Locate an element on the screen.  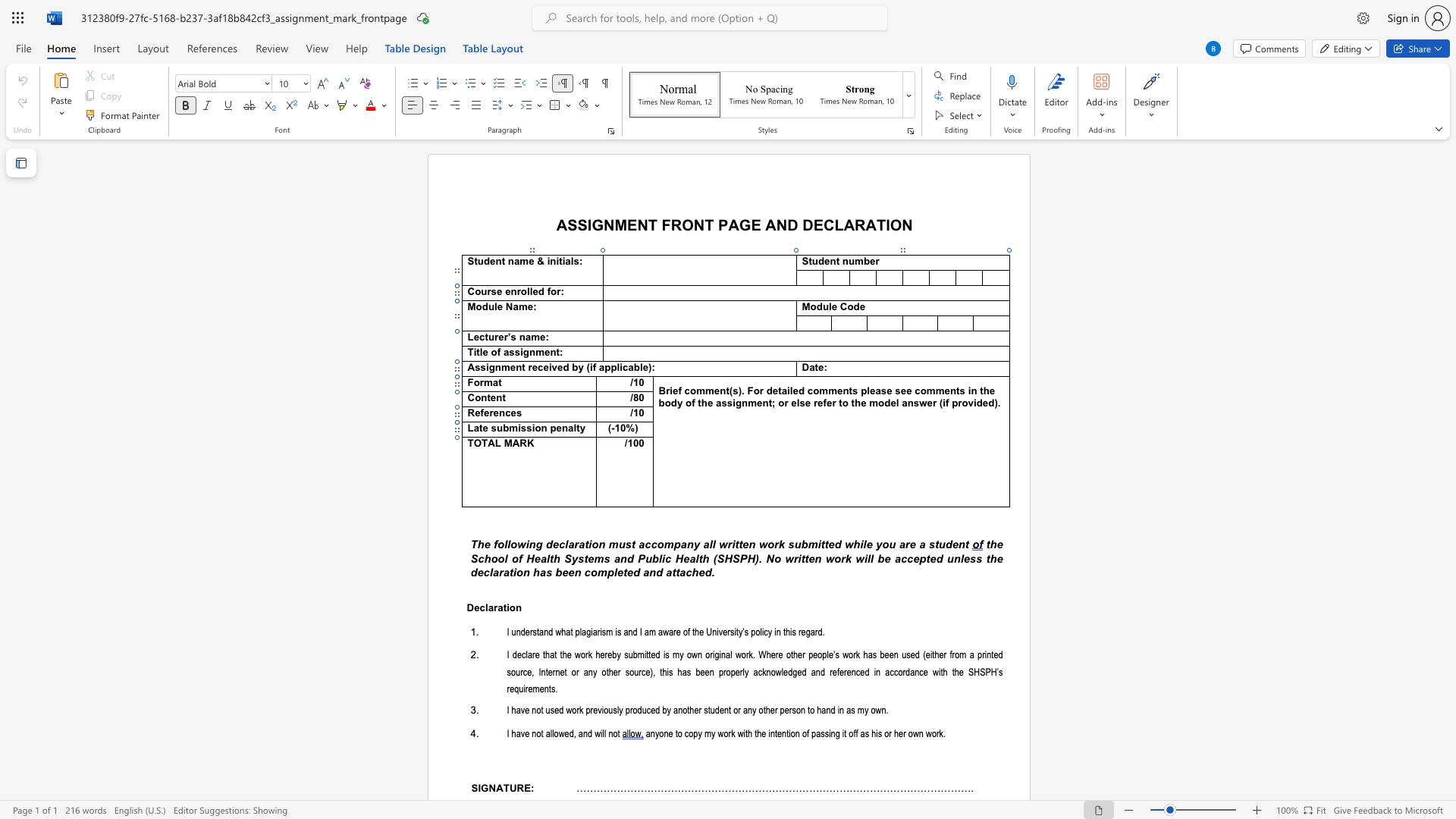
the 1th character "s" in the text is located at coordinates (580, 558).